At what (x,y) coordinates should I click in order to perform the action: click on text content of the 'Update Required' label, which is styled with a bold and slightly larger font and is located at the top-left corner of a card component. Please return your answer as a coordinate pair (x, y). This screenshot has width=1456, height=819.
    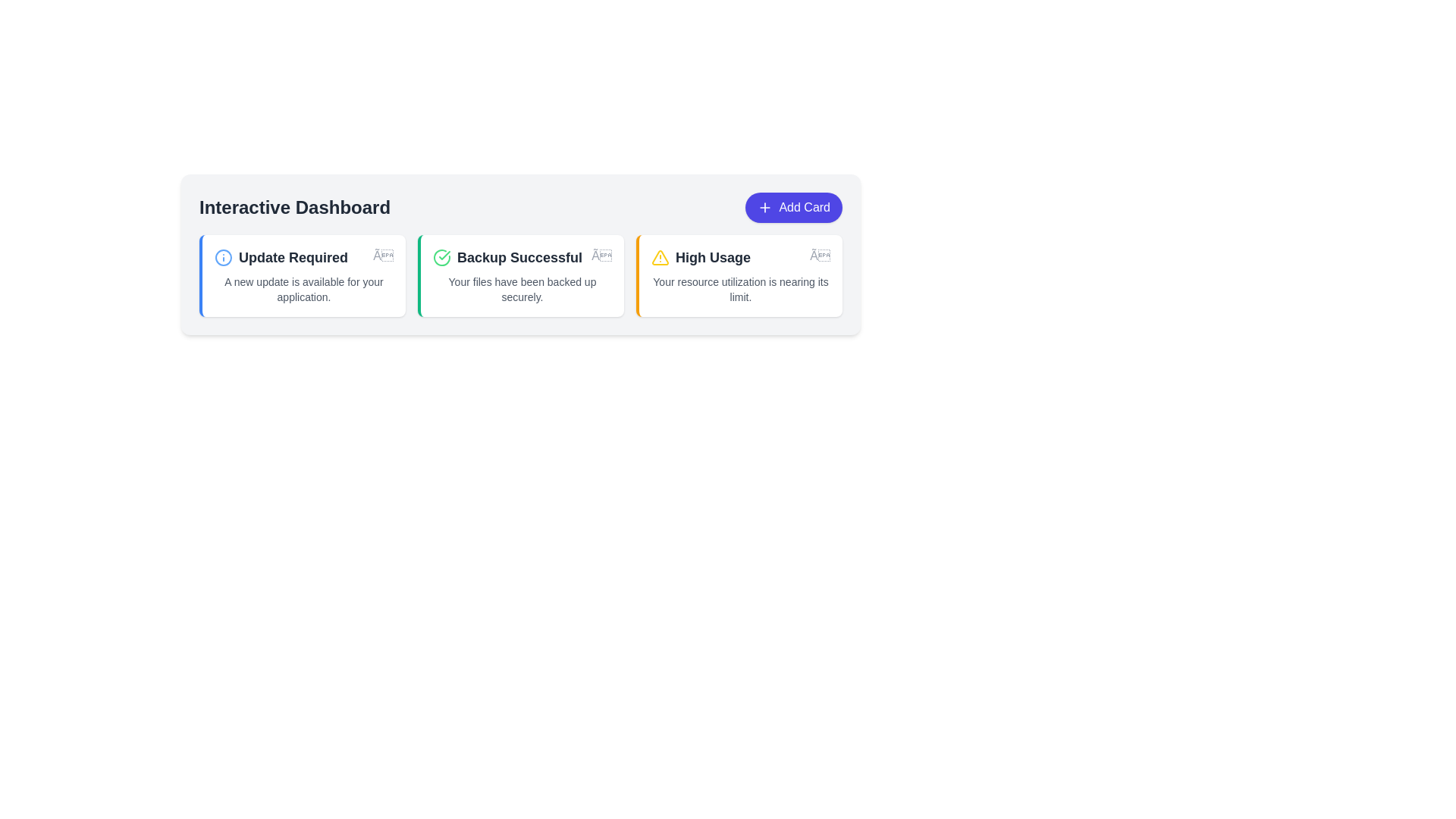
    Looking at the image, I should click on (303, 256).